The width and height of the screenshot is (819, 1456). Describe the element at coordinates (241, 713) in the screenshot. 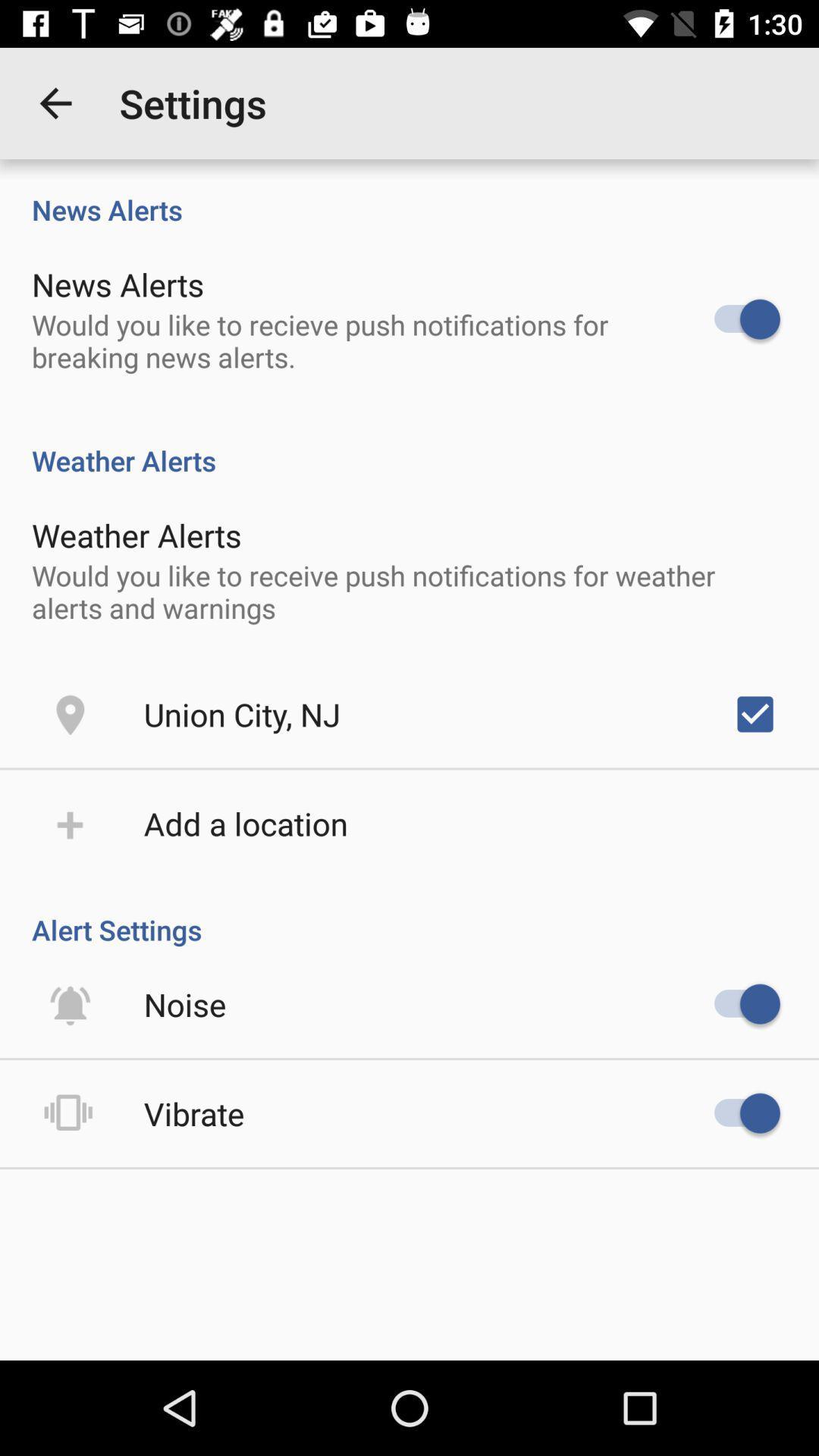

I see `union city, nj icon` at that location.